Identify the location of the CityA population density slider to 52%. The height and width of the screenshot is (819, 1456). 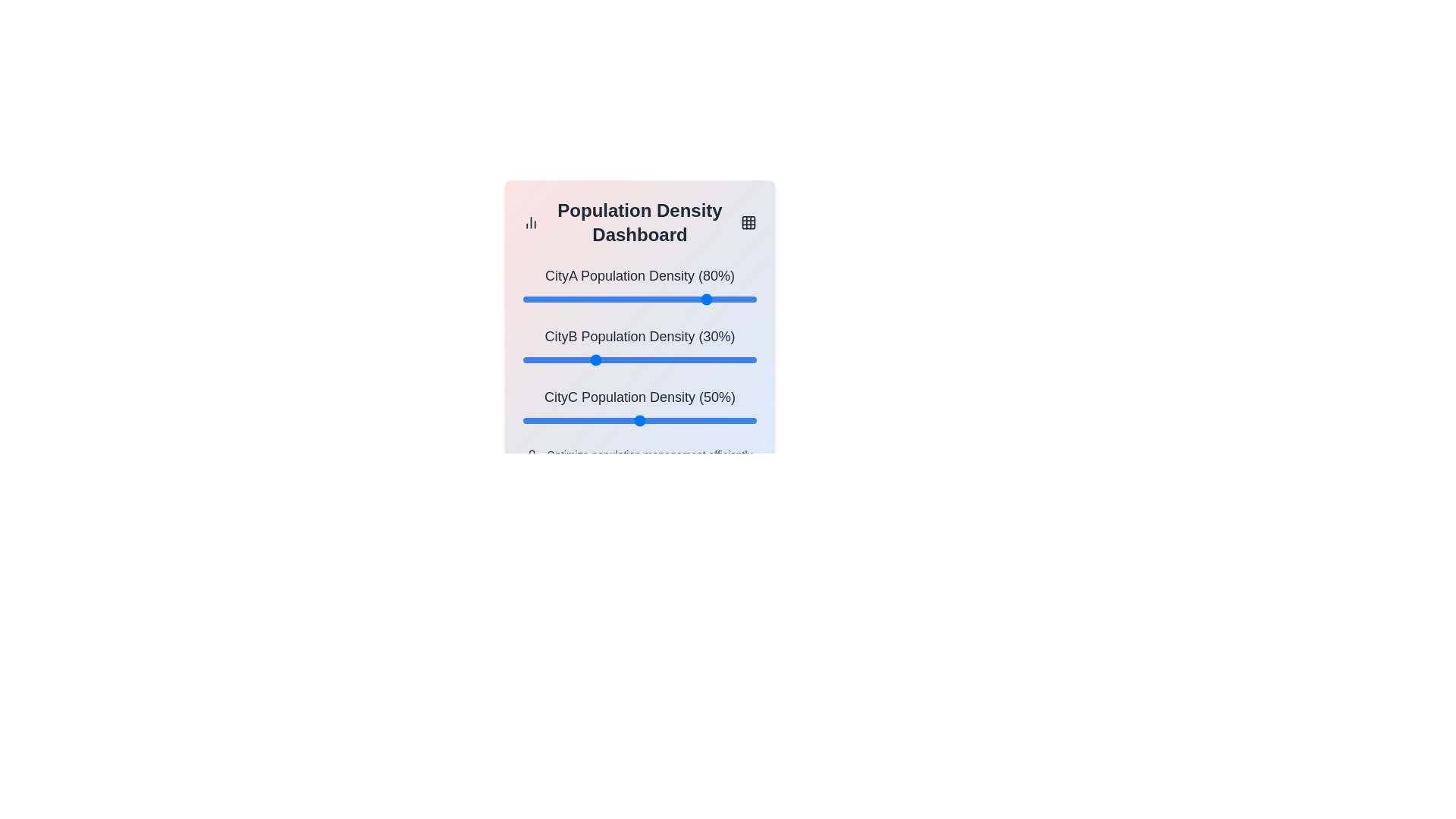
(645, 299).